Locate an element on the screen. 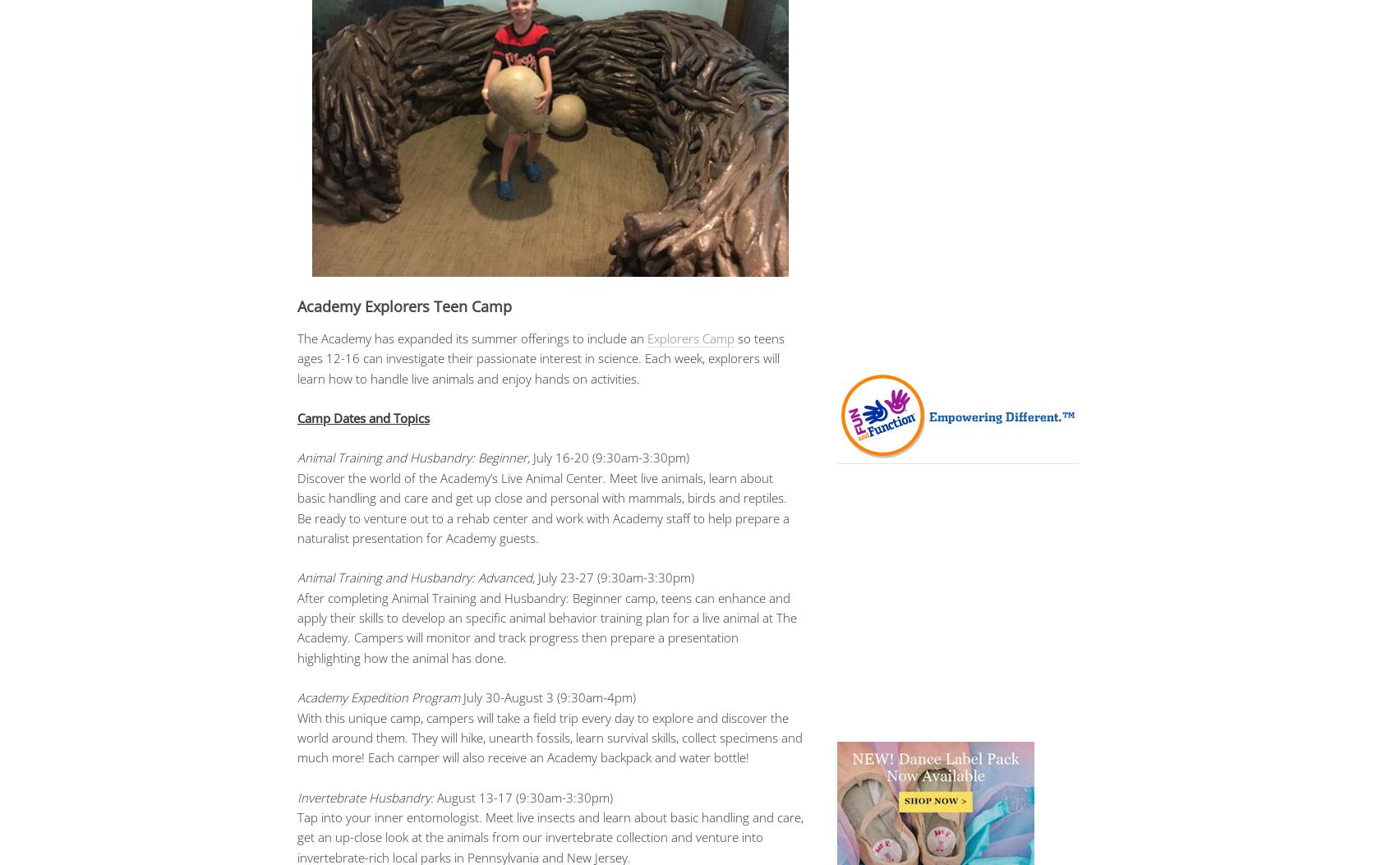  'Animal Training and Husbandry: Beginner,' is located at coordinates (413, 457).